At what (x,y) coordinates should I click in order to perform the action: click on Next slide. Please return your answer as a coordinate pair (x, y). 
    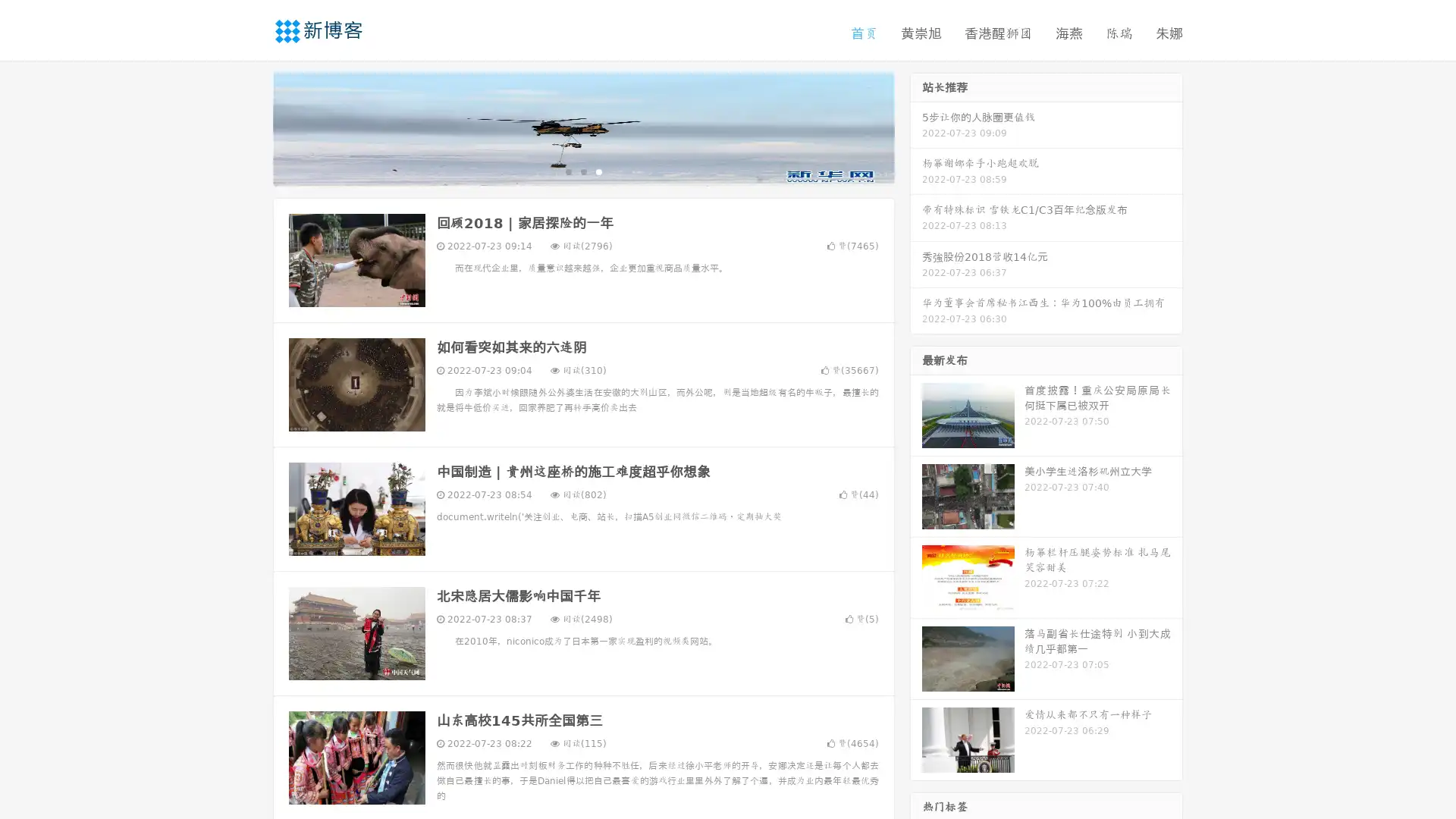
    Looking at the image, I should click on (916, 127).